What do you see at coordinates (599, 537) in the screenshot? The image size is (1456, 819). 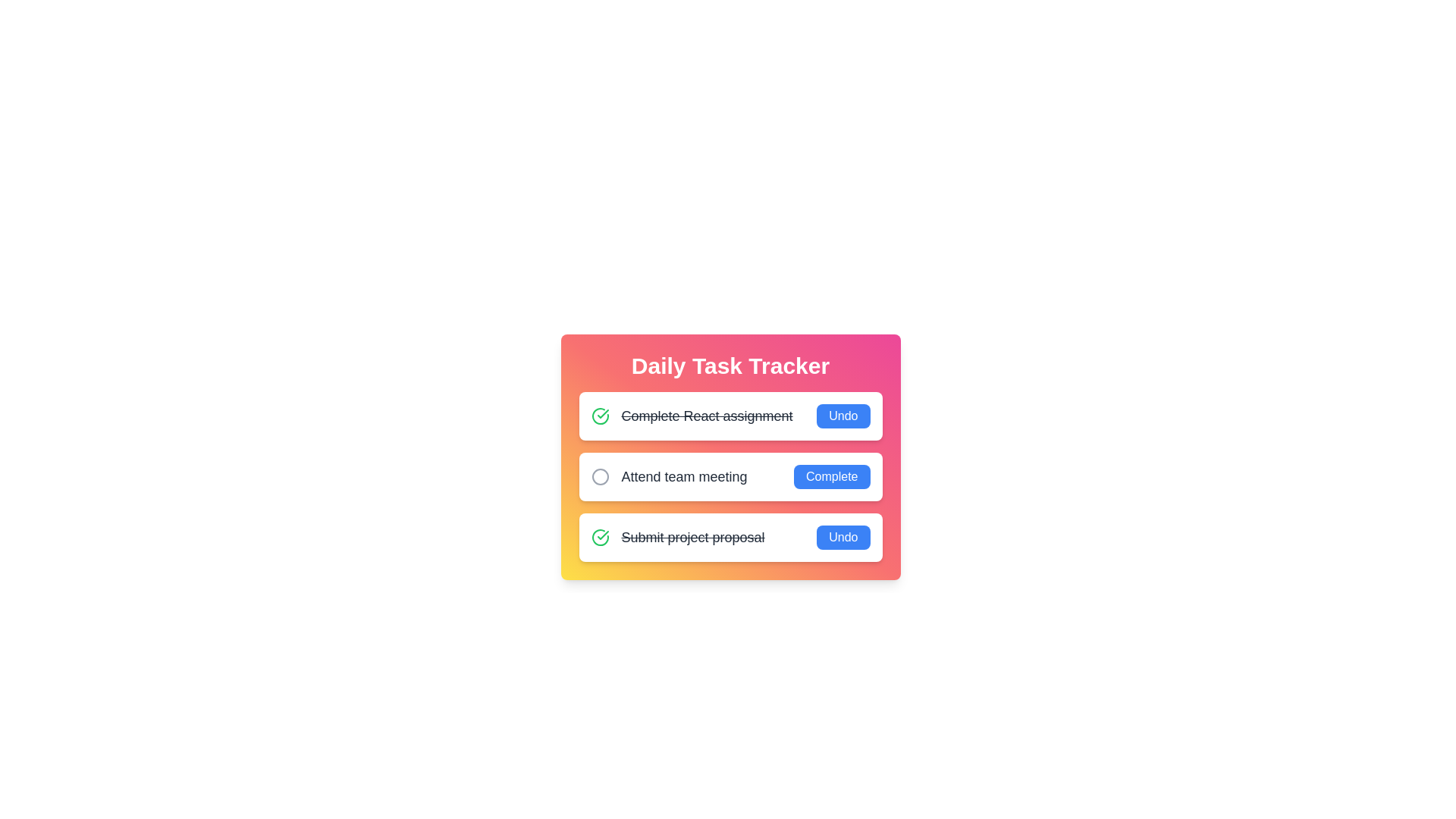 I see `the completion status icon for Submit project proposal` at bounding box center [599, 537].